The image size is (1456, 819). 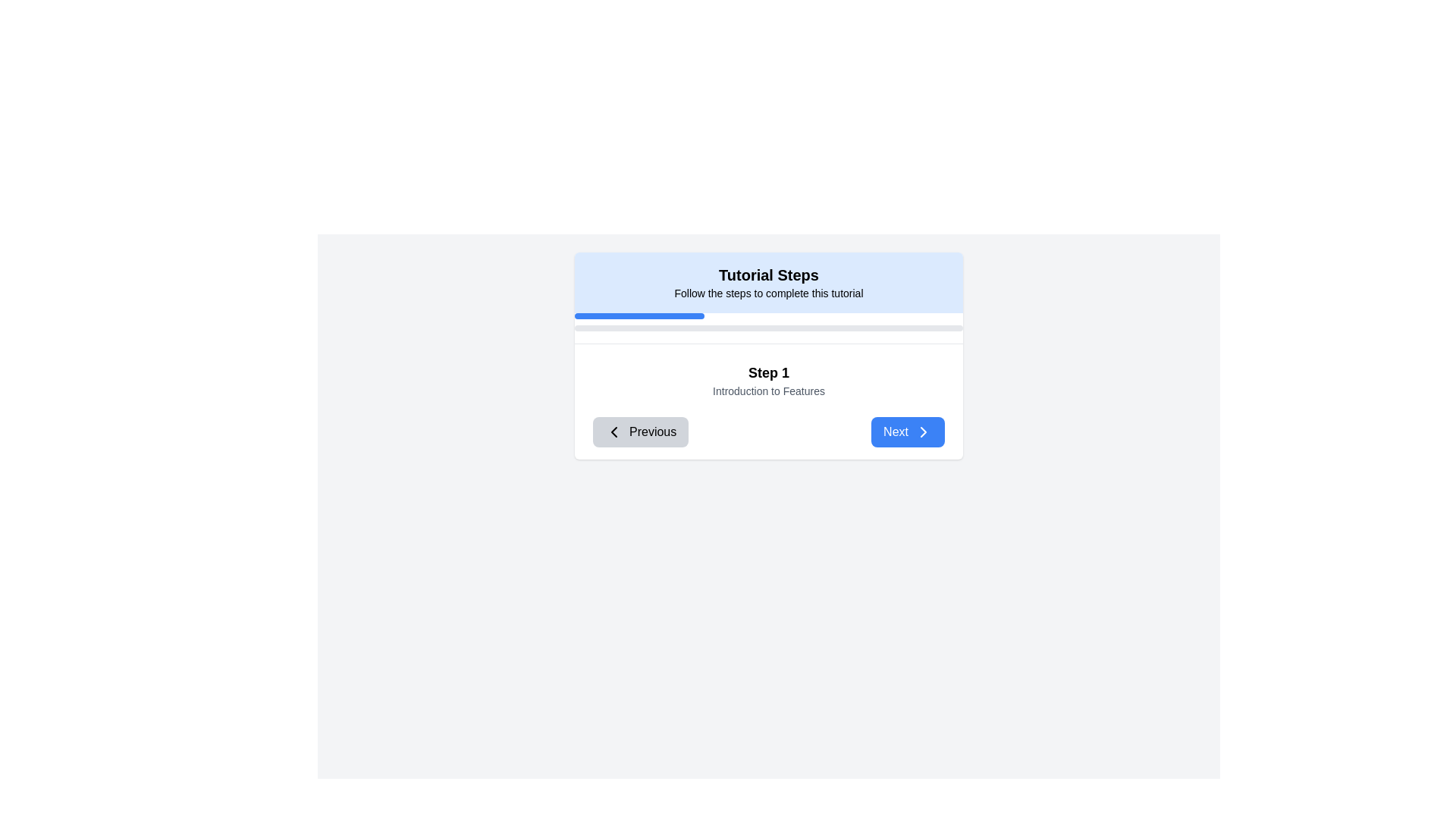 I want to click on the Section Header of the tutorial interface, which serves as the title providing introductory information, located above the progress bar and tutorial content, so click(x=768, y=283).